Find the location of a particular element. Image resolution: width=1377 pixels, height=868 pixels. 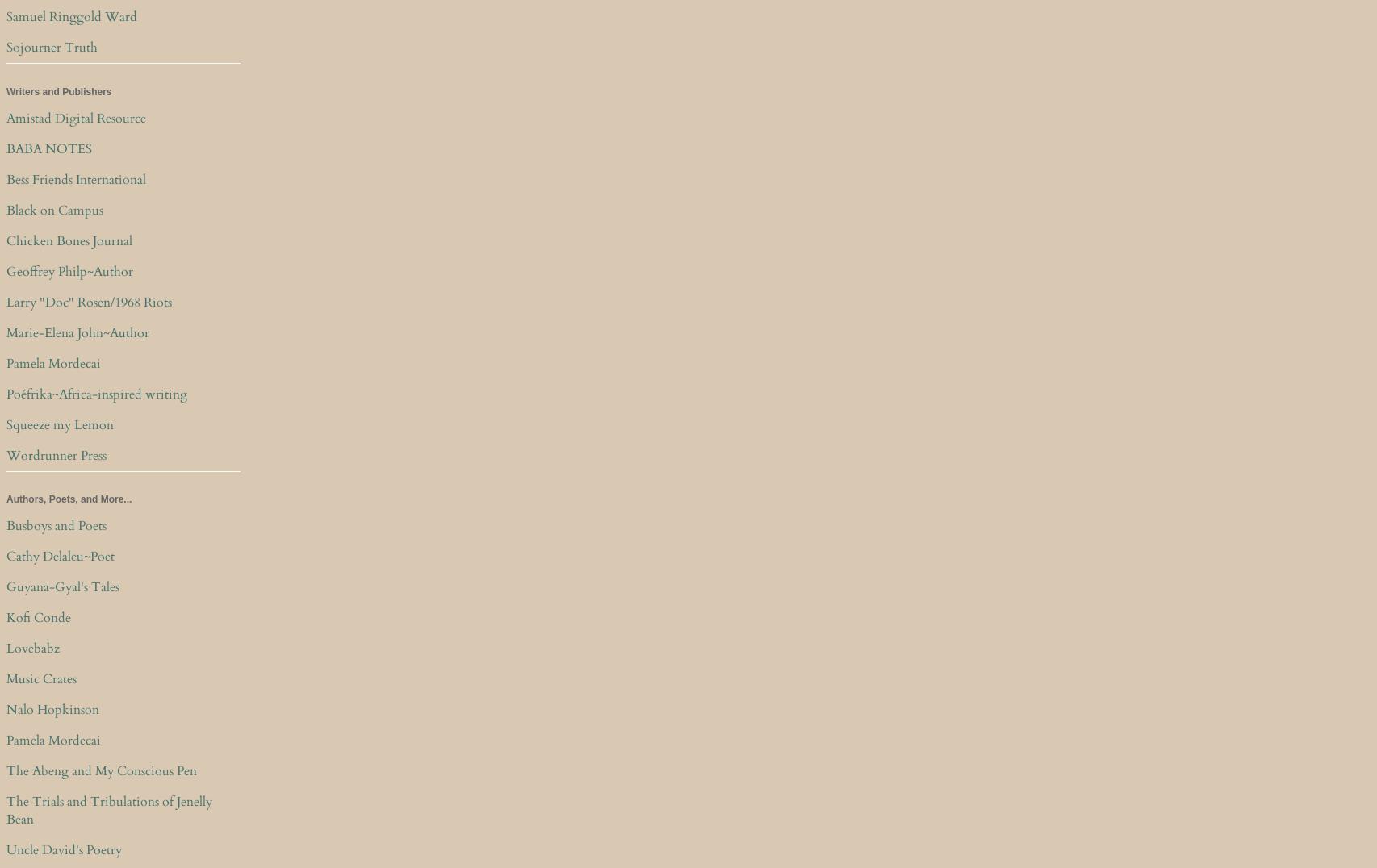

'Amistad Digital Resource' is located at coordinates (76, 118).